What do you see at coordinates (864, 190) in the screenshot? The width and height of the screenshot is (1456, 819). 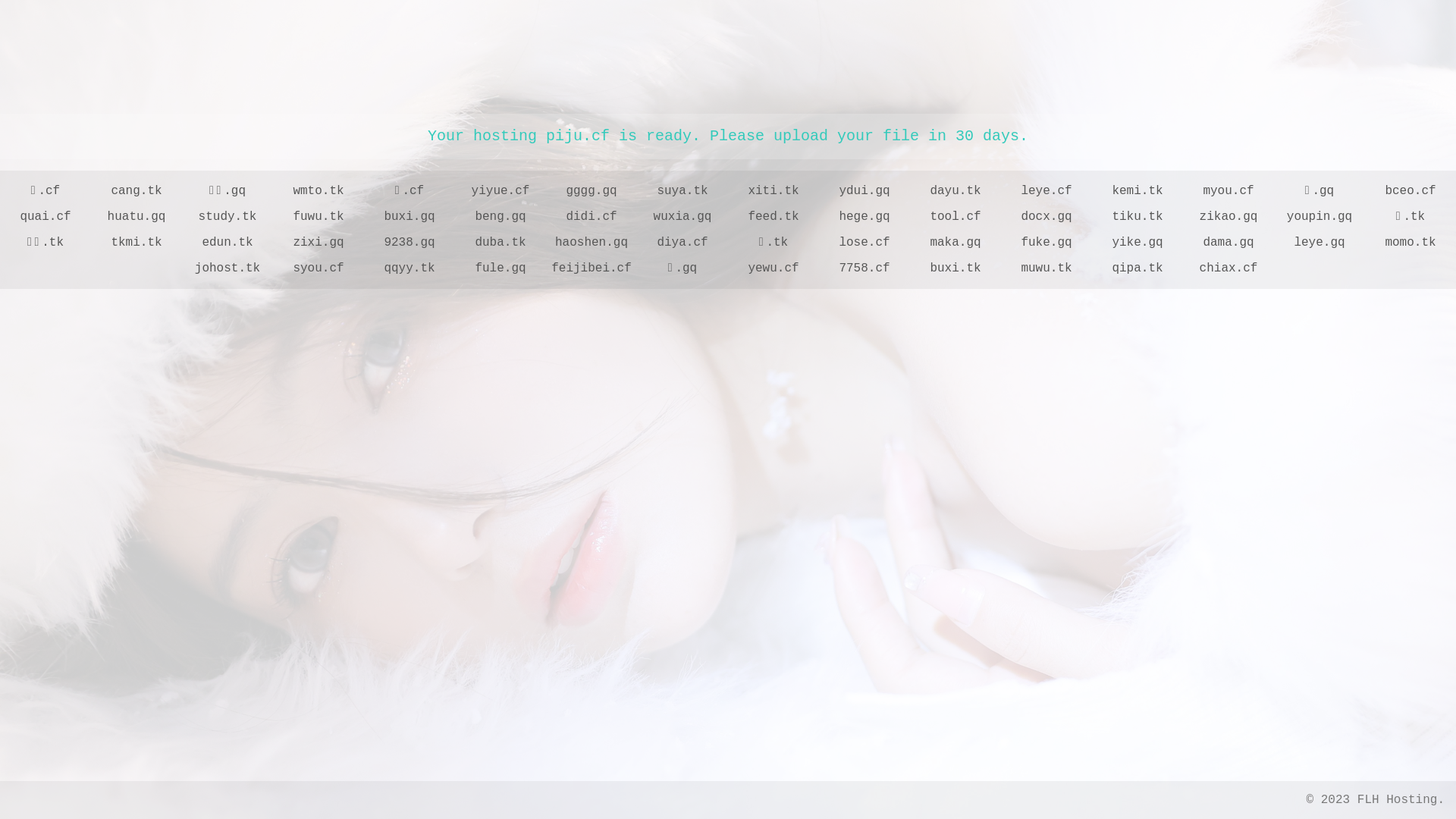 I see `'ydui.gq'` at bounding box center [864, 190].